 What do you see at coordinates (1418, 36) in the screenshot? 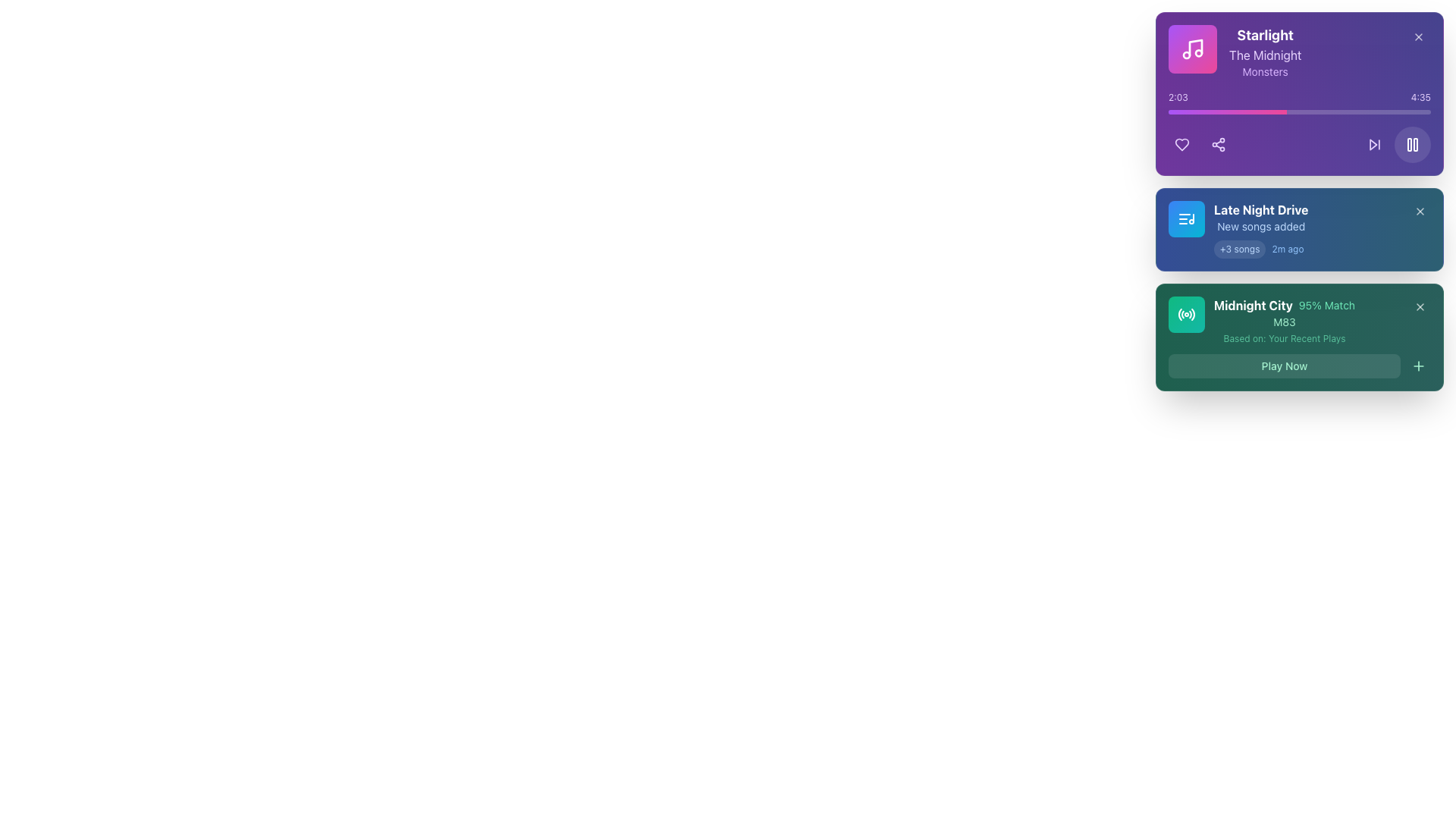
I see `the close button located at the top-right corner of the card for the music item 'Starlight' by 'The Midnight' and 'Monsters'` at bounding box center [1418, 36].